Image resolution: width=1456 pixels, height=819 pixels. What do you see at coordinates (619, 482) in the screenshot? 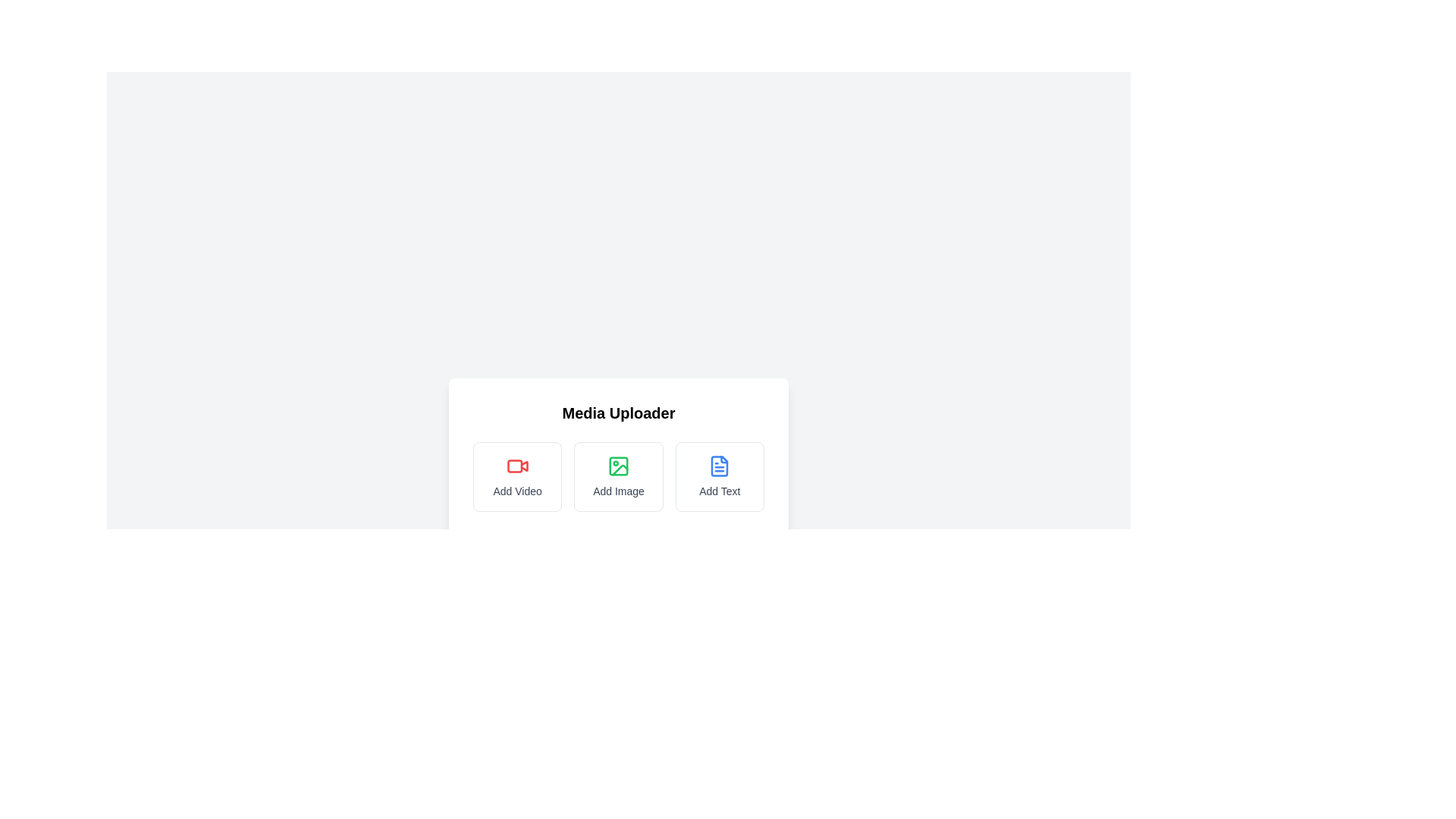
I see `the 'Add Image' button, which is a card-like button with a white background and a green image icon, located centrally in the grid layout under the 'Media Uploader' title` at bounding box center [619, 482].